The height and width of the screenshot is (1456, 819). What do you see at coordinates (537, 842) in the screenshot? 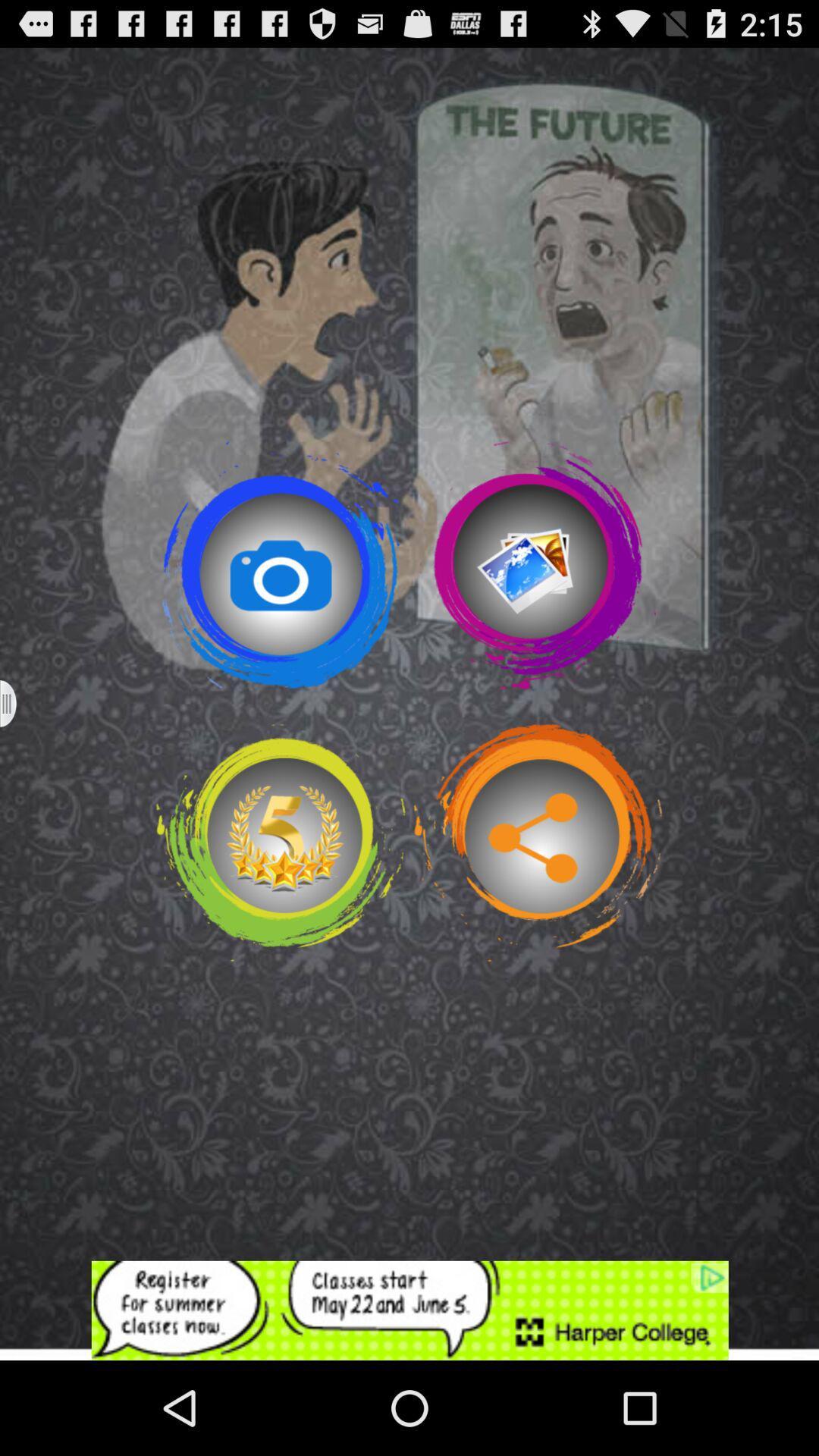
I see `share option` at bounding box center [537, 842].